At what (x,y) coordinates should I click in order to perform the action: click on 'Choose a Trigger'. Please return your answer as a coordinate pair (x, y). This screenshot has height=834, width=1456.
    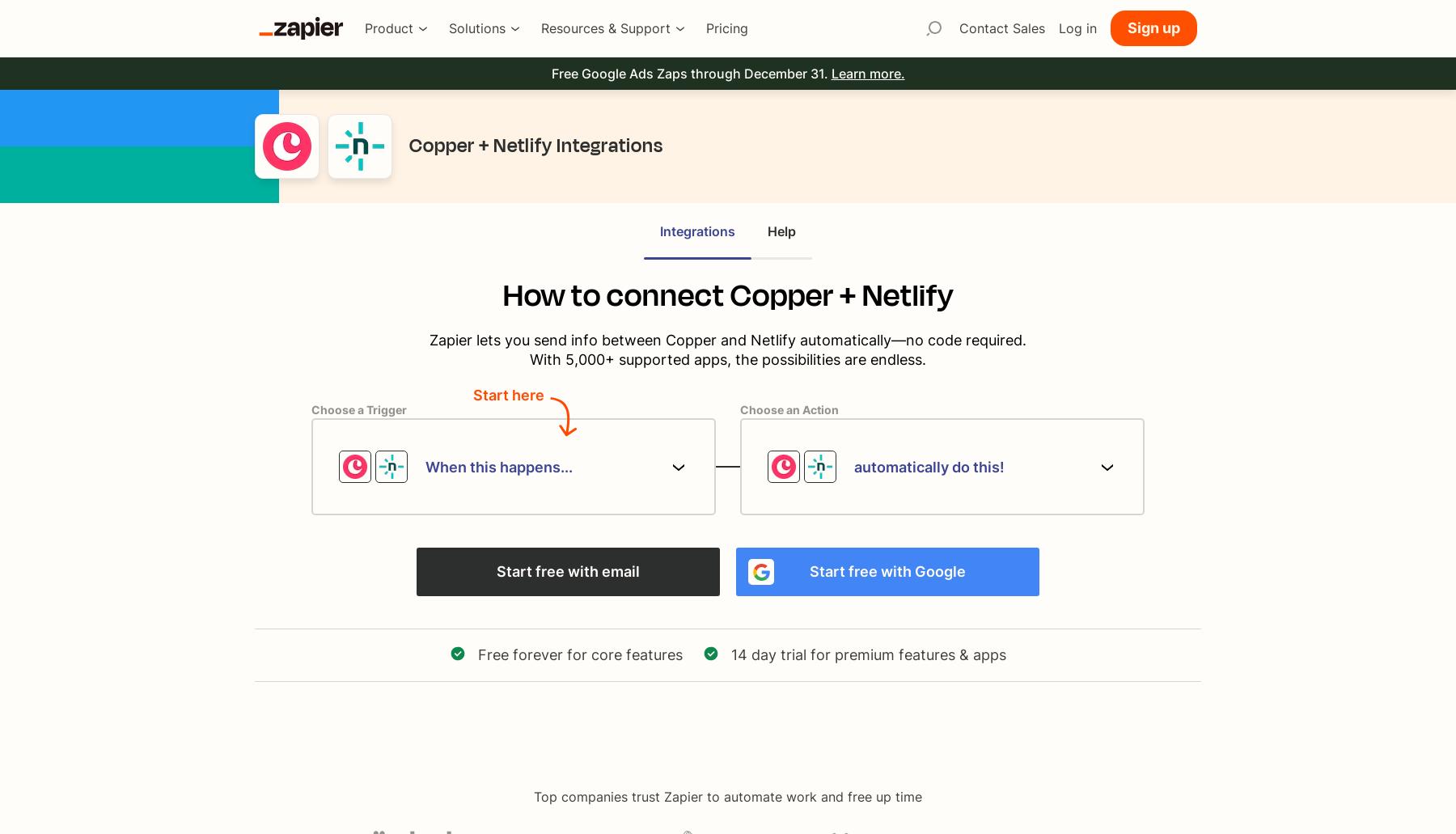
    Looking at the image, I should click on (311, 409).